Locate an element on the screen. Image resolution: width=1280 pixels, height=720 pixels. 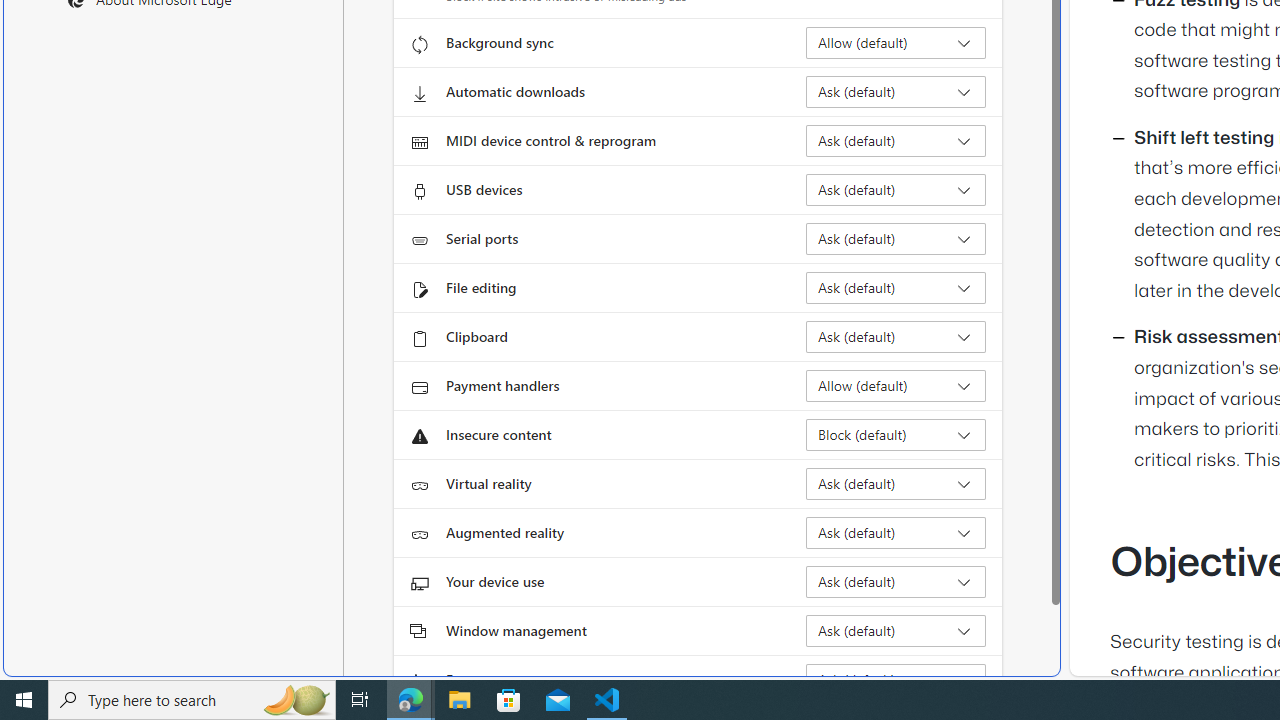
'Background sync Allow (default)' is located at coordinates (895, 43).